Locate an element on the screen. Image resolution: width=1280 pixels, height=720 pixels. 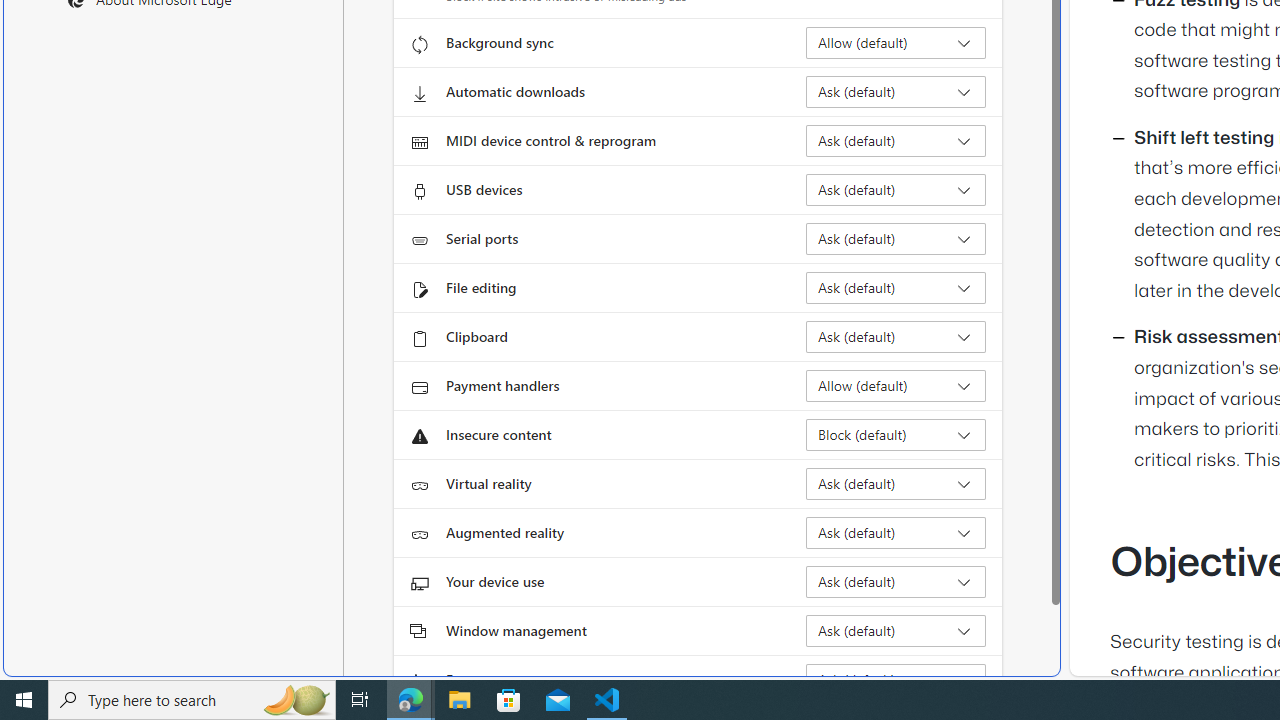
'Background sync Allow (default)' is located at coordinates (895, 43).